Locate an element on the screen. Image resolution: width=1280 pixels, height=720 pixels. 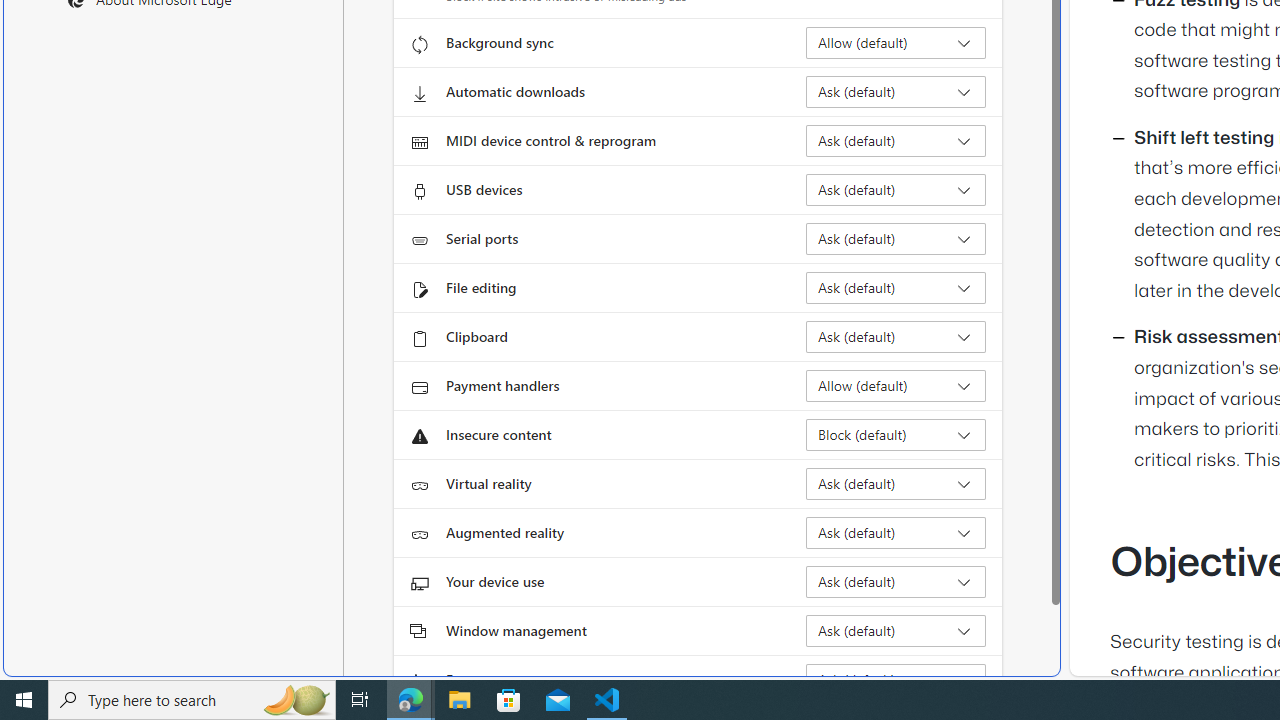
'Background sync Allow (default)' is located at coordinates (895, 43).